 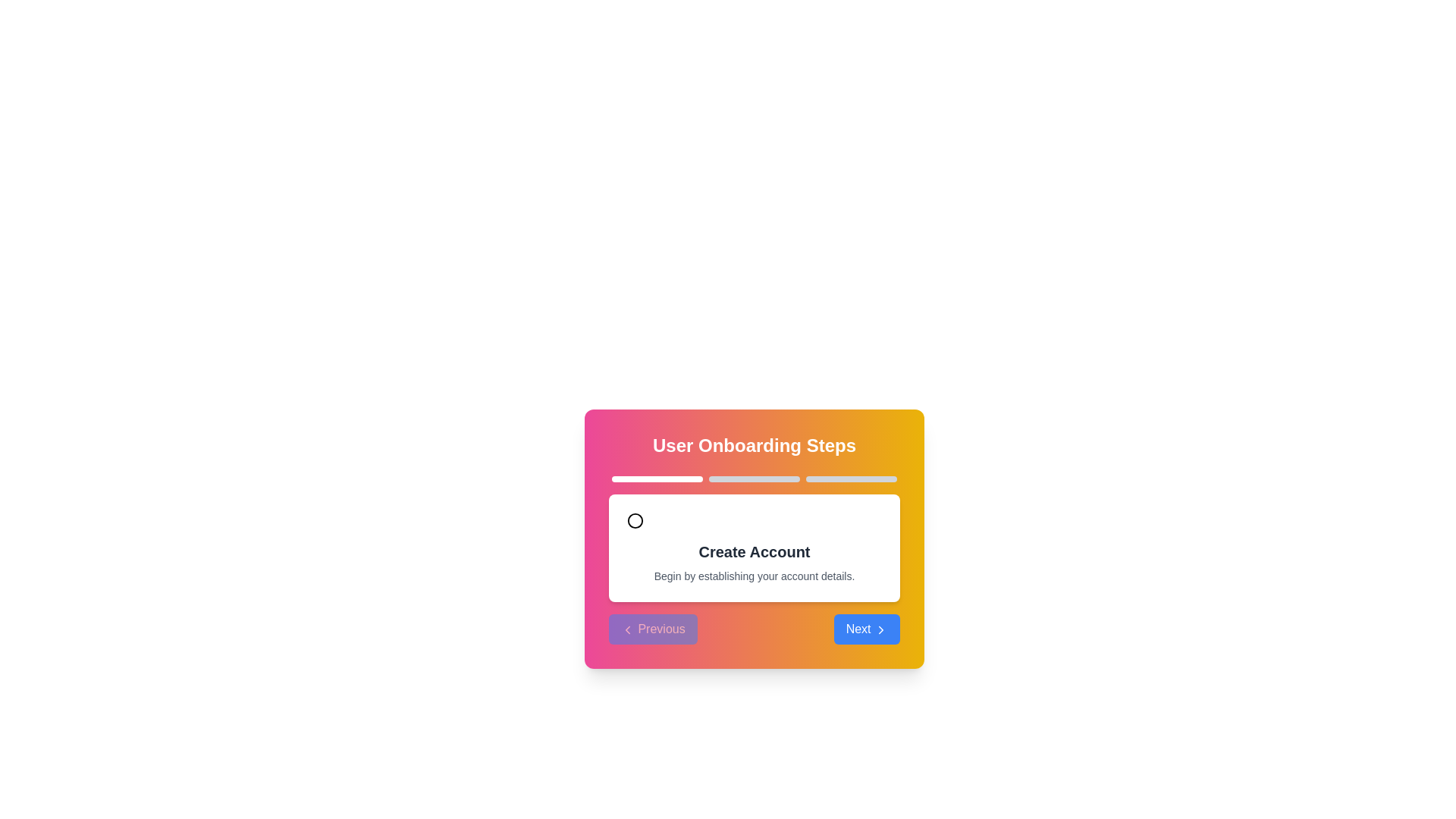 What do you see at coordinates (880, 629) in the screenshot?
I see `the rightward-pointing chevron icon located within the 'Next' button at the bottom-right corner of the card-like interface` at bounding box center [880, 629].